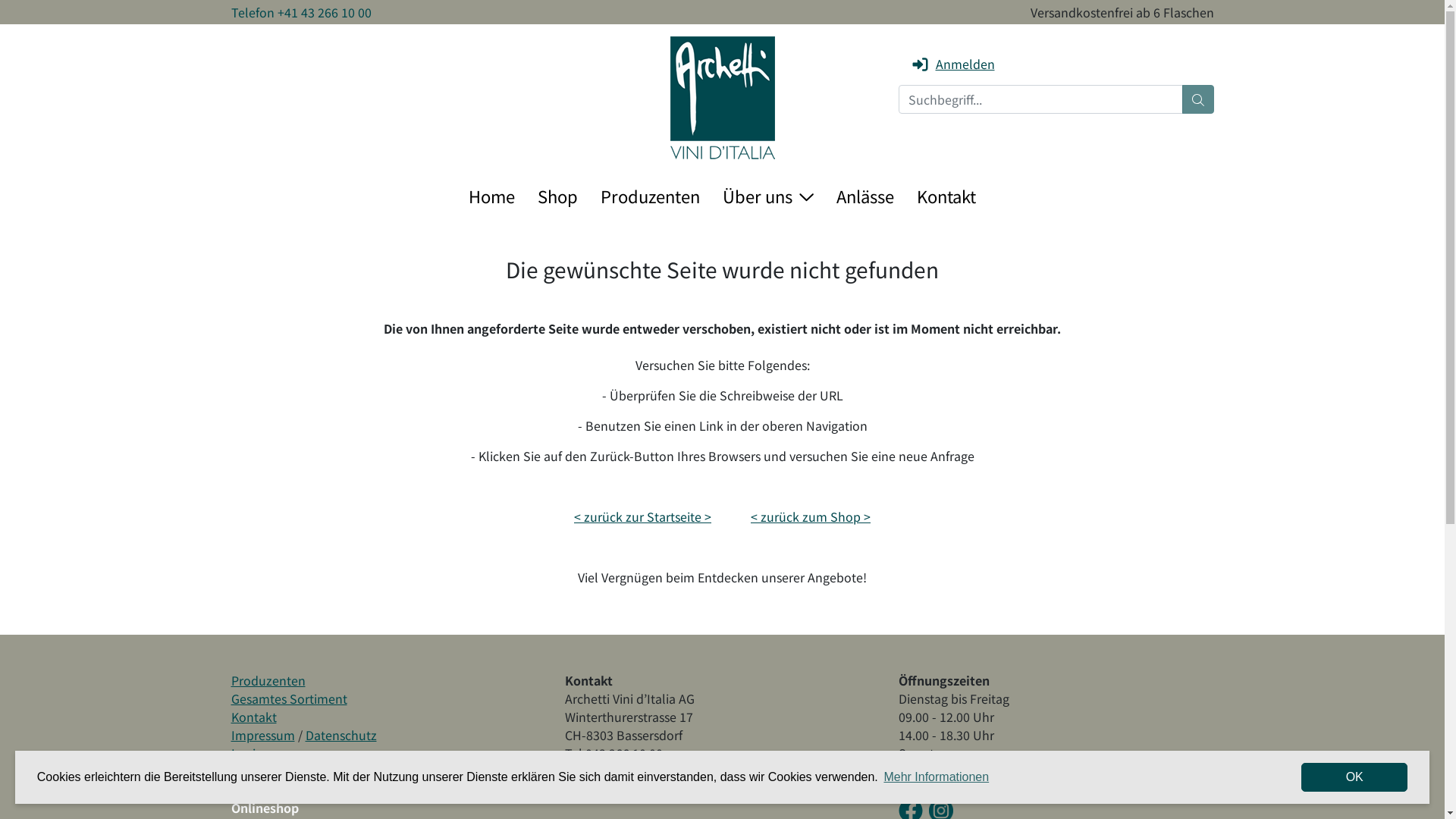 Image resolution: width=1456 pixels, height=819 pixels. What do you see at coordinates (253, 717) in the screenshot?
I see `'Kontakt'` at bounding box center [253, 717].